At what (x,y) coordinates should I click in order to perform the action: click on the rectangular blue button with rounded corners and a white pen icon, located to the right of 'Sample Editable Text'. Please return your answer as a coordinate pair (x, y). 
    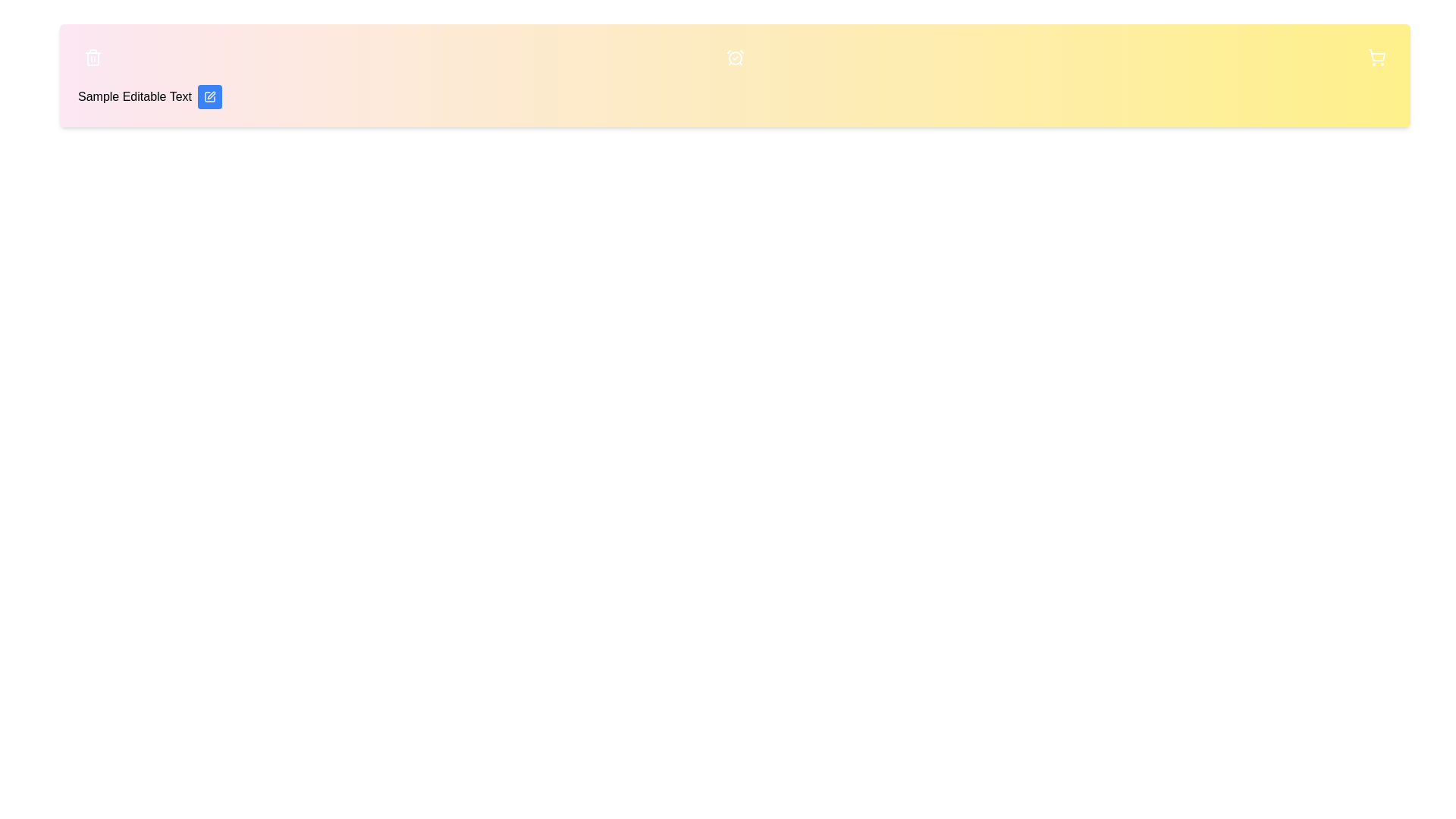
    Looking at the image, I should click on (209, 96).